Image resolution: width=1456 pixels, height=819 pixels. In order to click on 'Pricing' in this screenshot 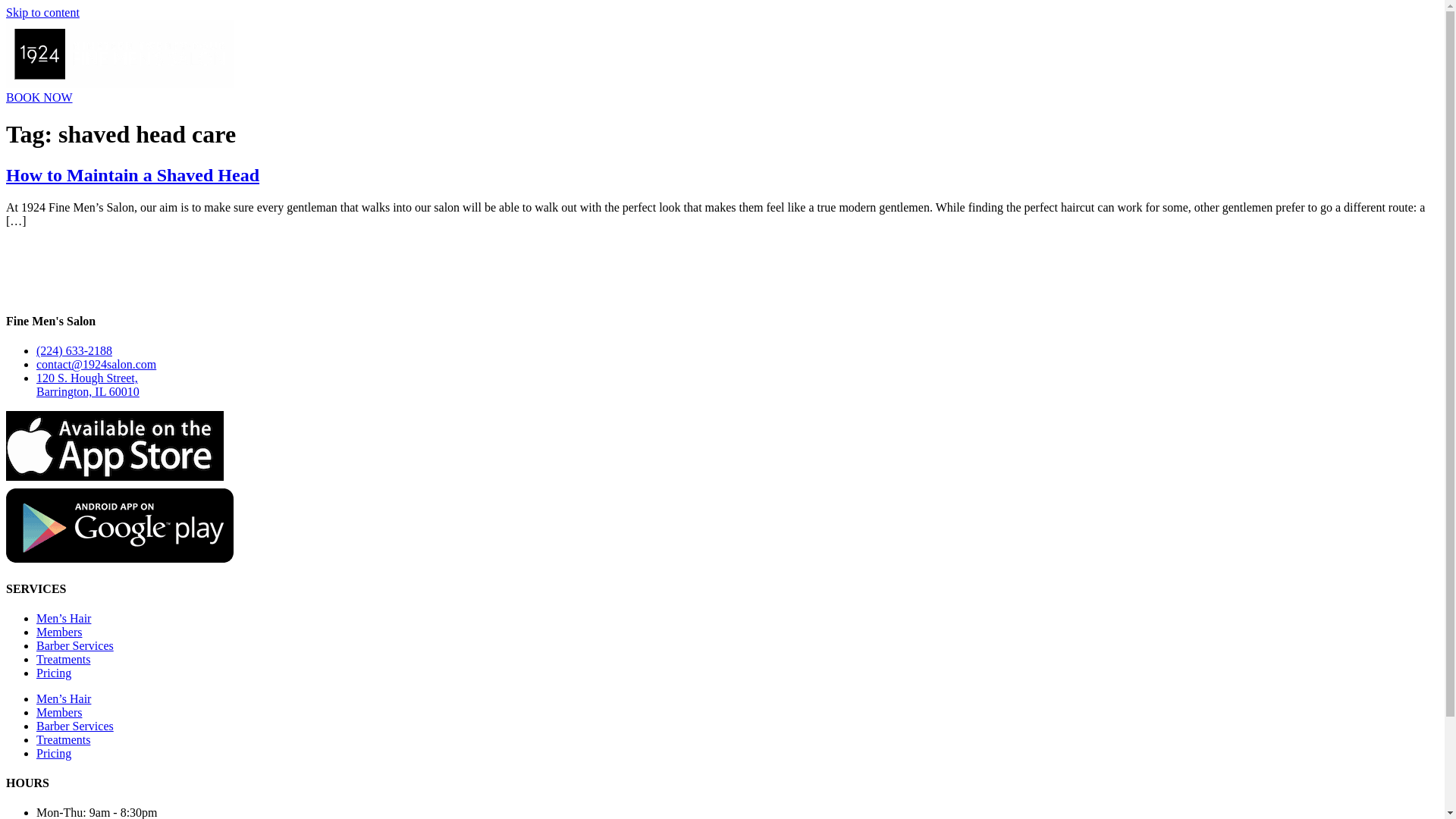, I will do `click(54, 672)`.